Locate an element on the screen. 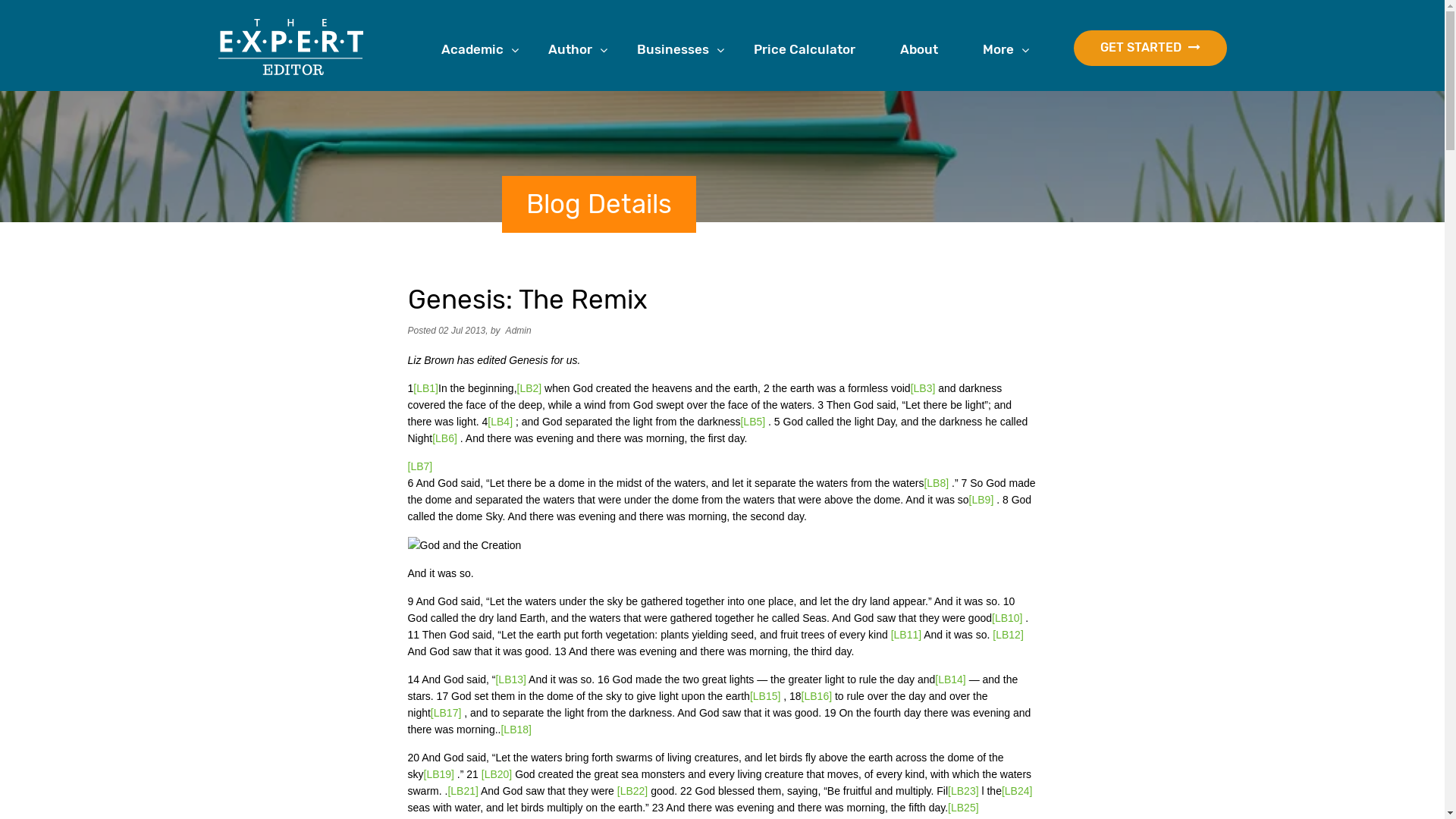  '[LB18]' is located at coordinates (500, 728).